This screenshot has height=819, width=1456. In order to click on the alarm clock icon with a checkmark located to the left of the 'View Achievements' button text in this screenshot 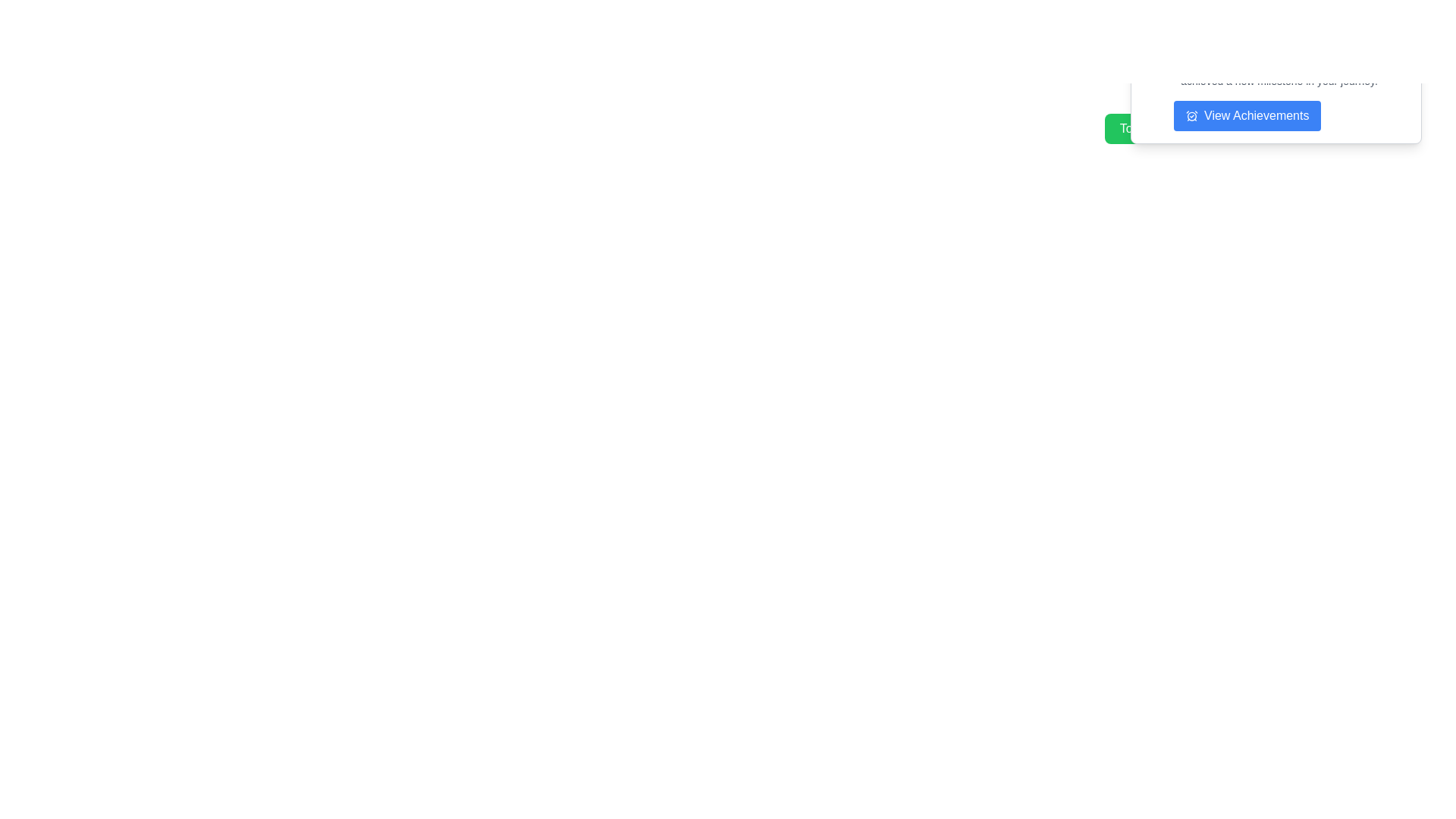, I will do `click(1191, 115)`.